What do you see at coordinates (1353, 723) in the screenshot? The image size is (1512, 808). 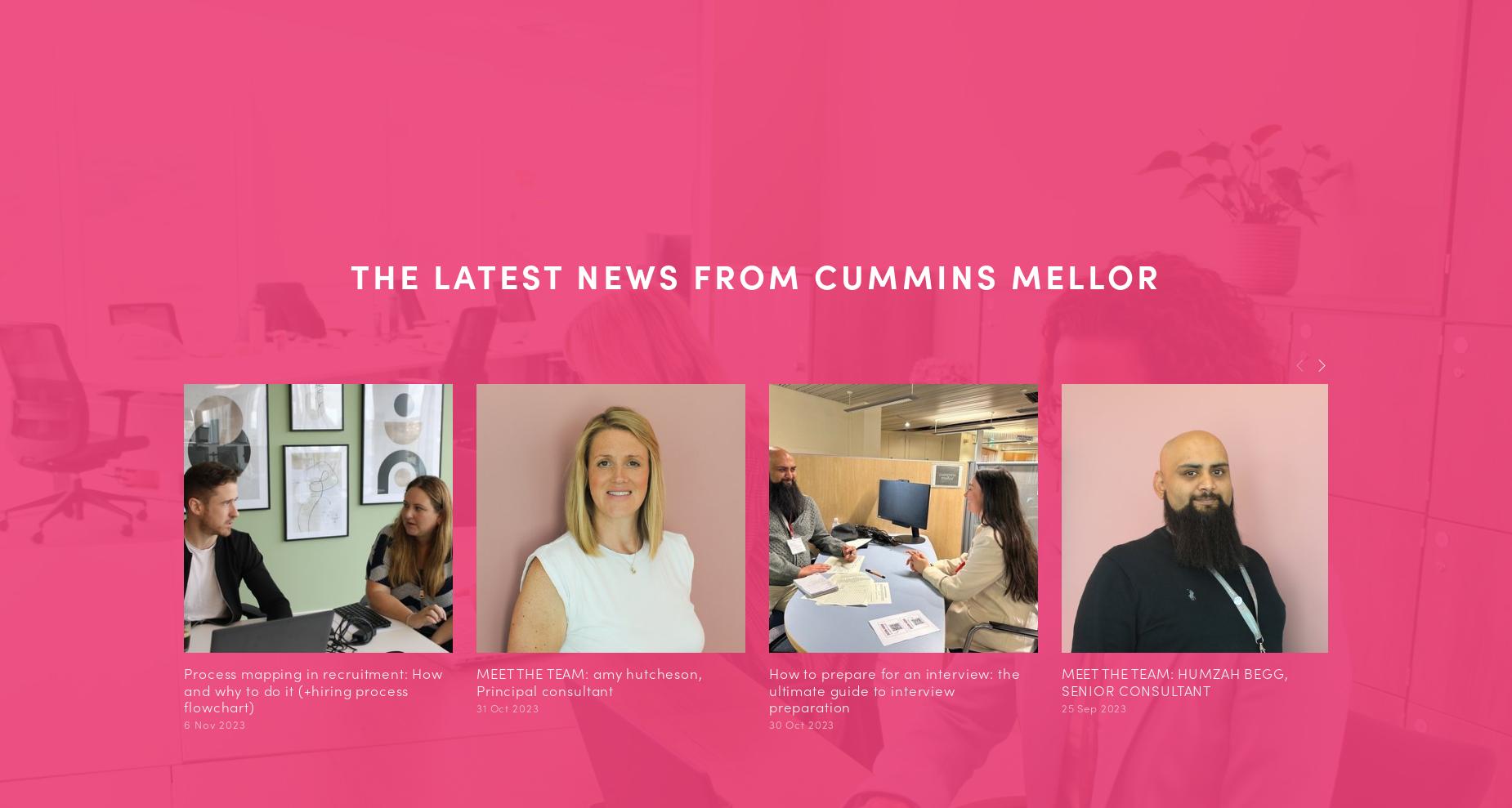 I see `'18 Sep 2023'` at bounding box center [1353, 723].